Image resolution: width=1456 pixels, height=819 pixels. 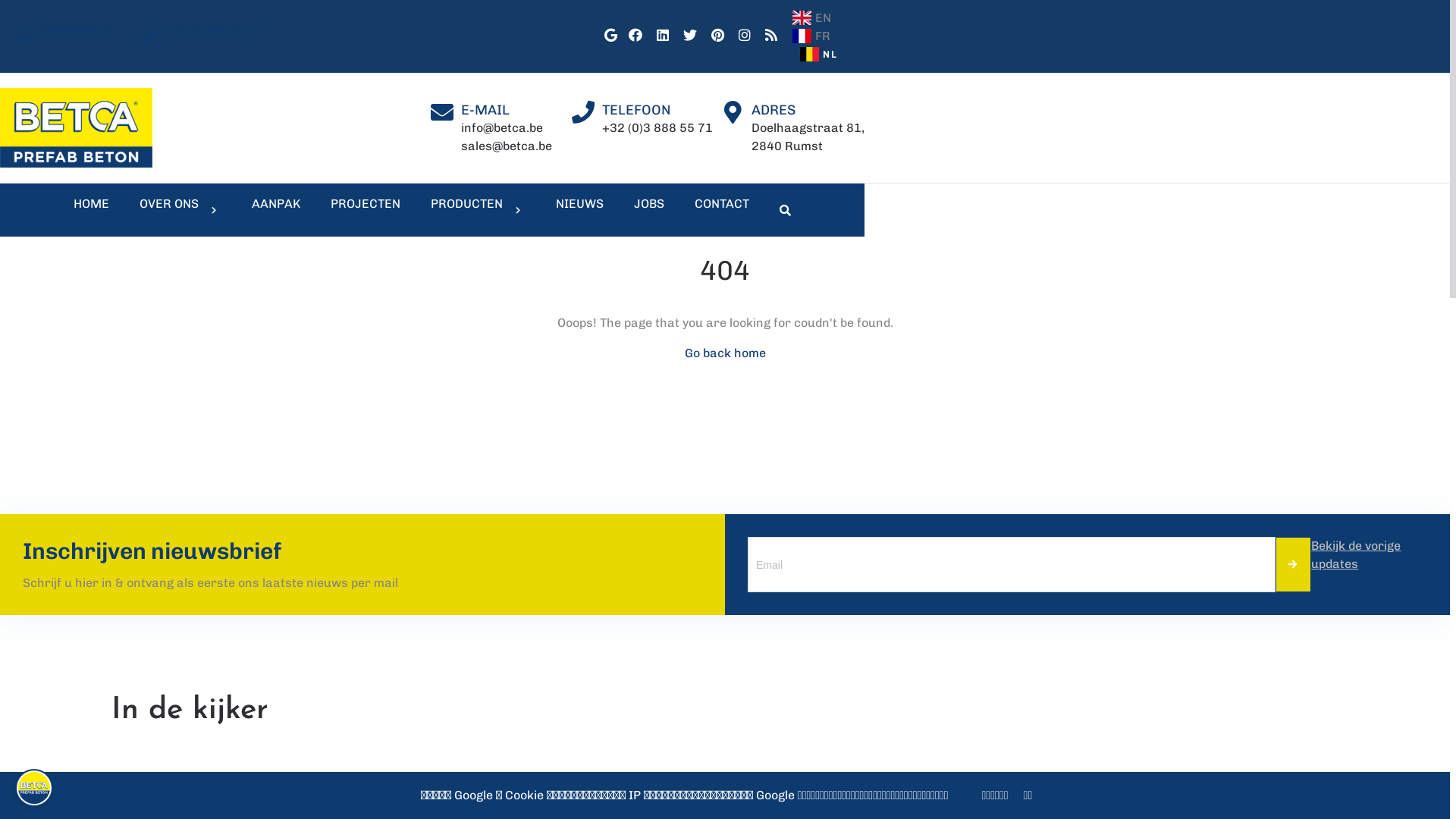 What do you see at coordinates (477, 210) in the screenshot?
I see `'PRODUCTEN'` at bounding box center [477, 210].